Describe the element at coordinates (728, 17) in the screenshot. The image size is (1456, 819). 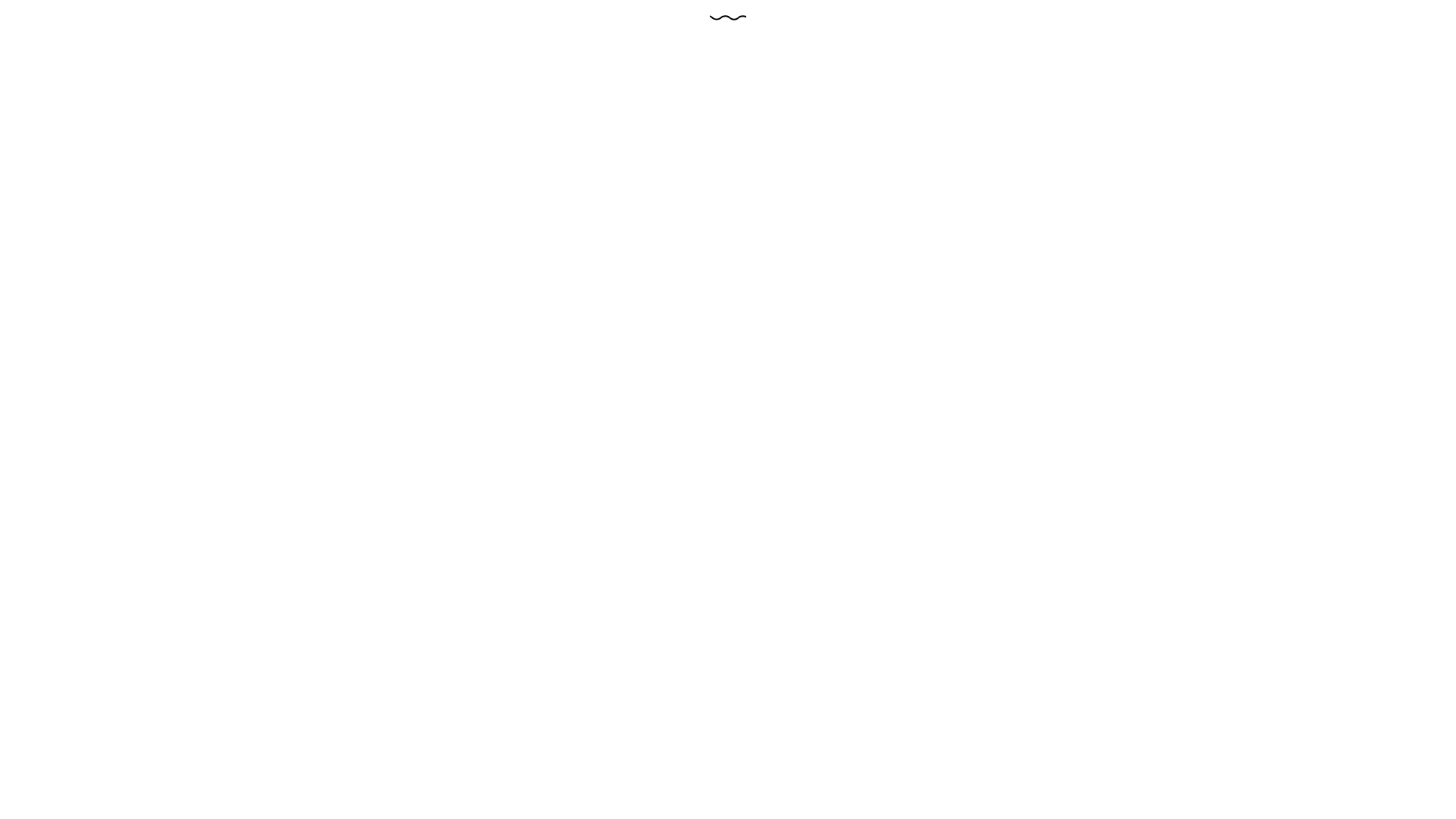
I see `'loading animation'` at that location.